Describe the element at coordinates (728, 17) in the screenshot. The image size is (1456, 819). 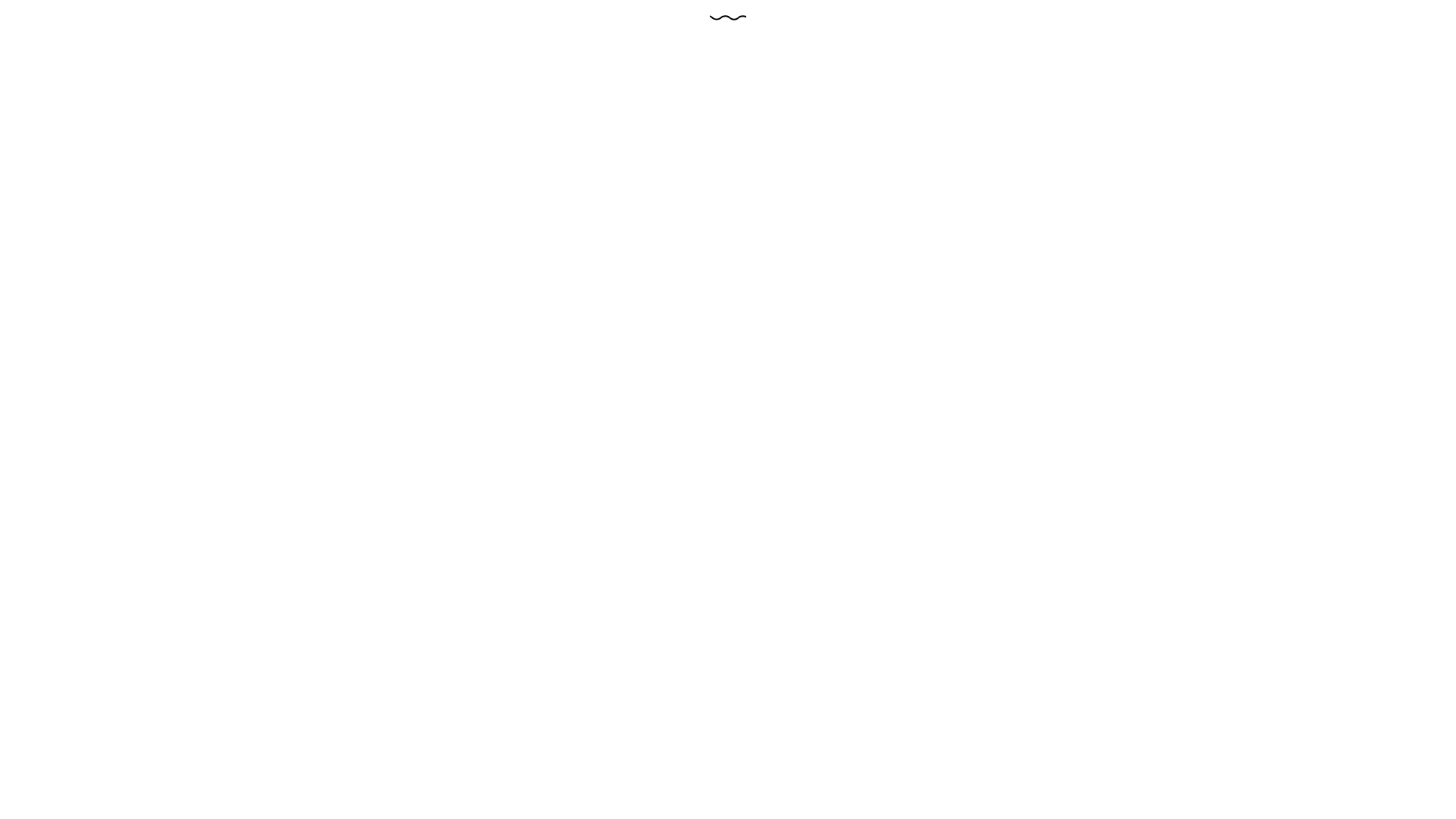
I see `'loading animation'` at that location.